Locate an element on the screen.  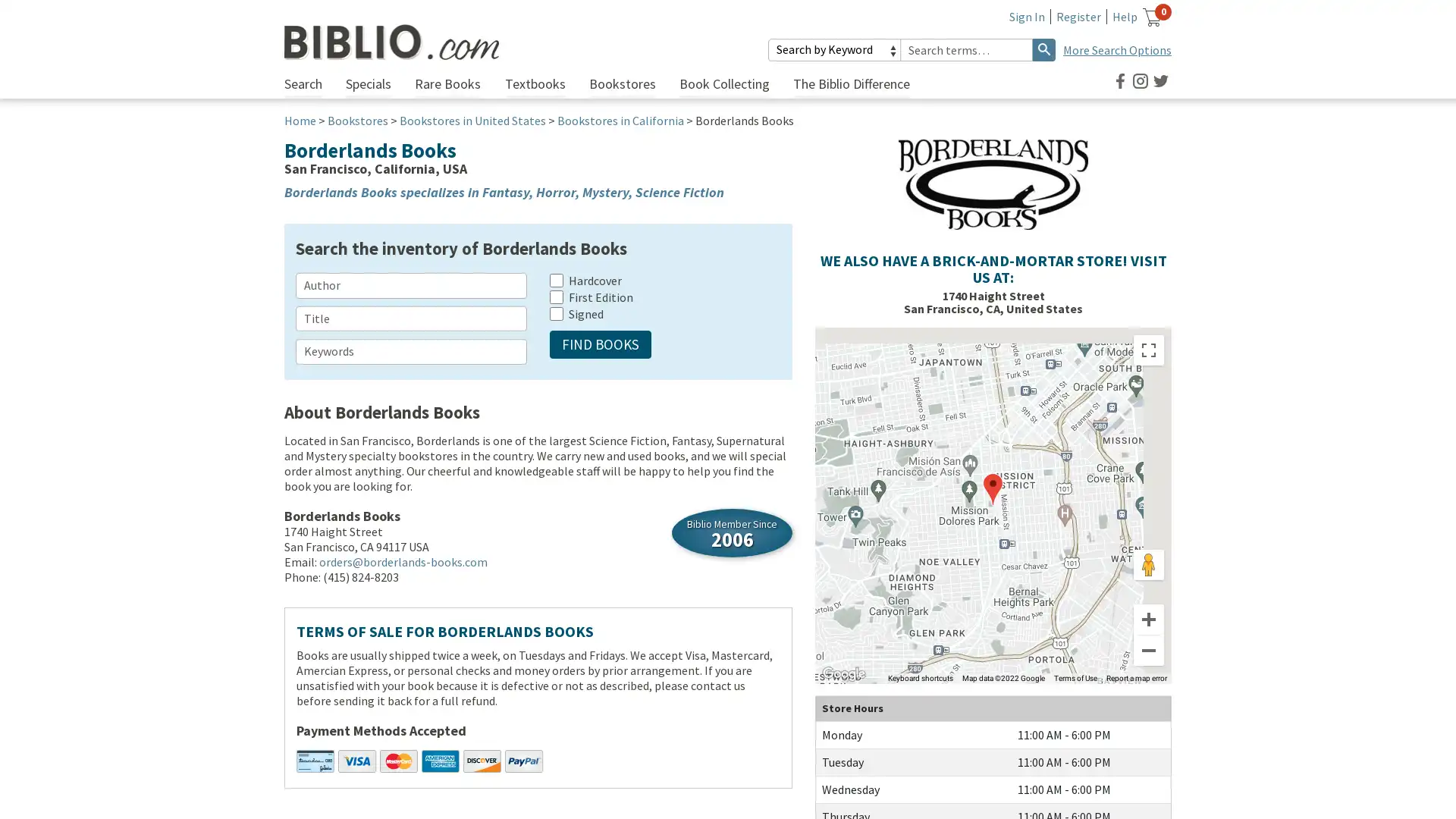
FIND BOOKS is located at coordinates (600, 344).